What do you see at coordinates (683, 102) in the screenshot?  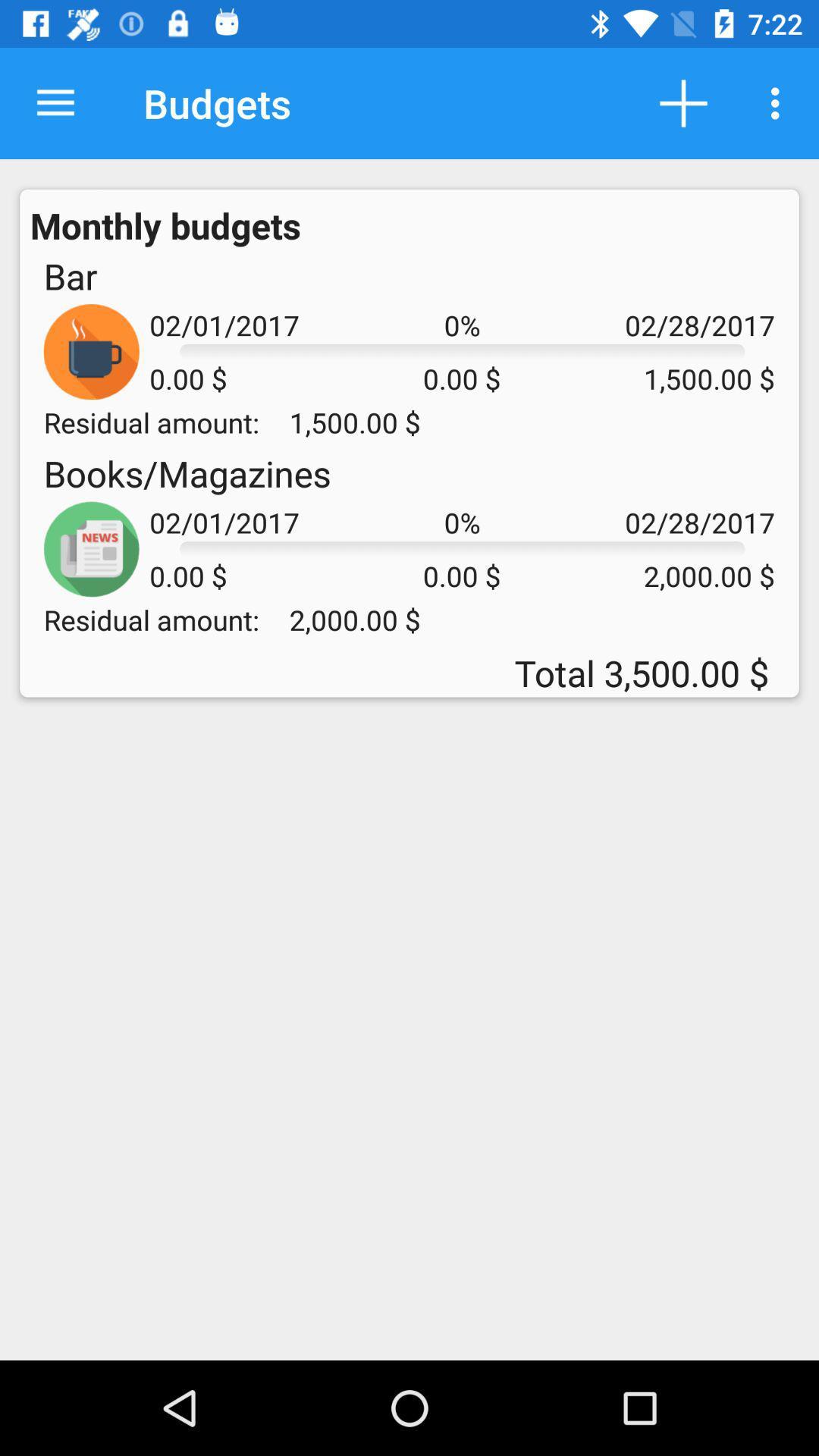 I see `the icon next to the budgets` at bounding box center [683, 102].